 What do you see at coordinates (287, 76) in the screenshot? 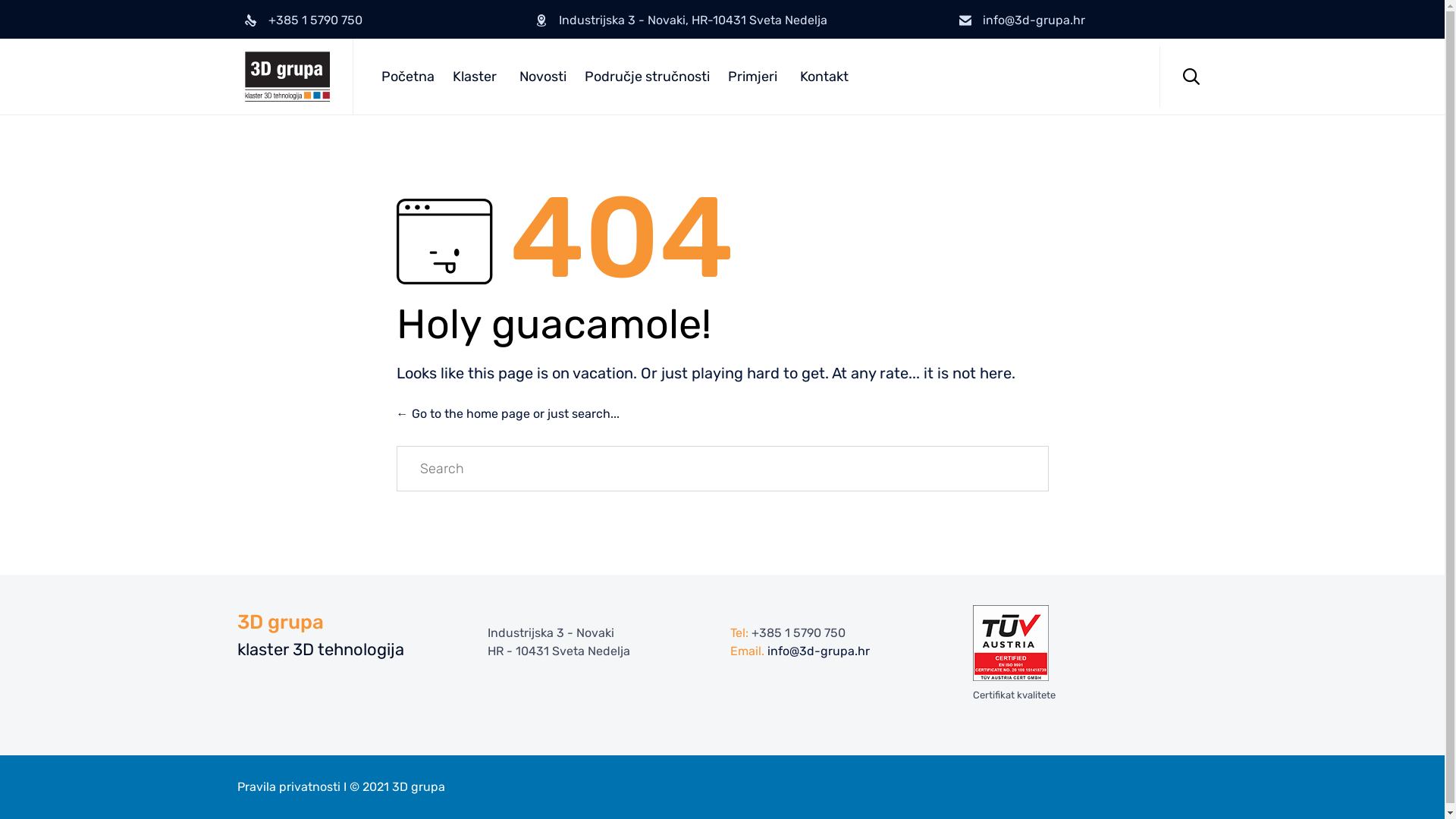
I see `'3D Grupa'` at bounding box center [287, 76].